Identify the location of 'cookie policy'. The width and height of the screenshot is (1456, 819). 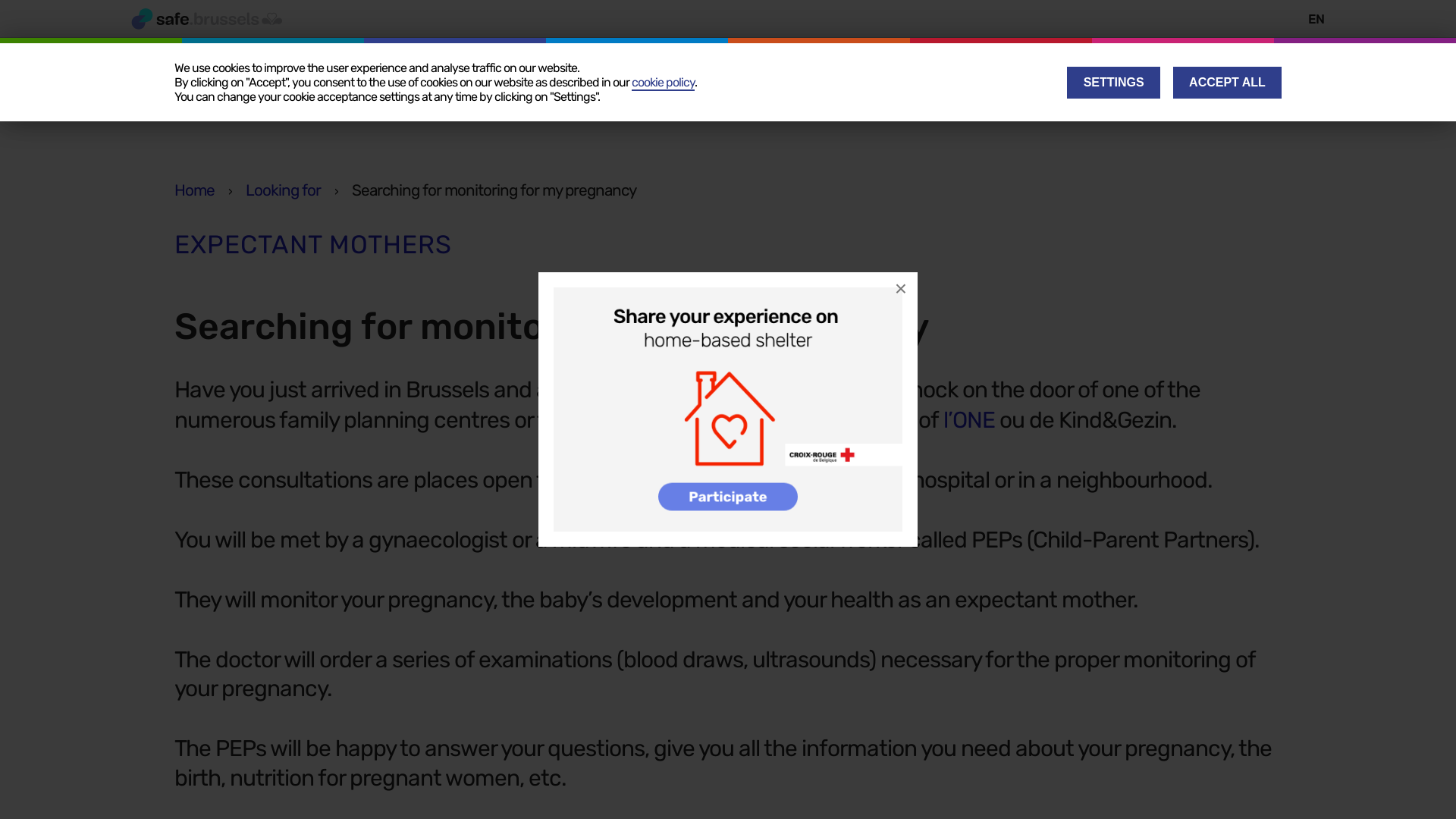
(663, 83).